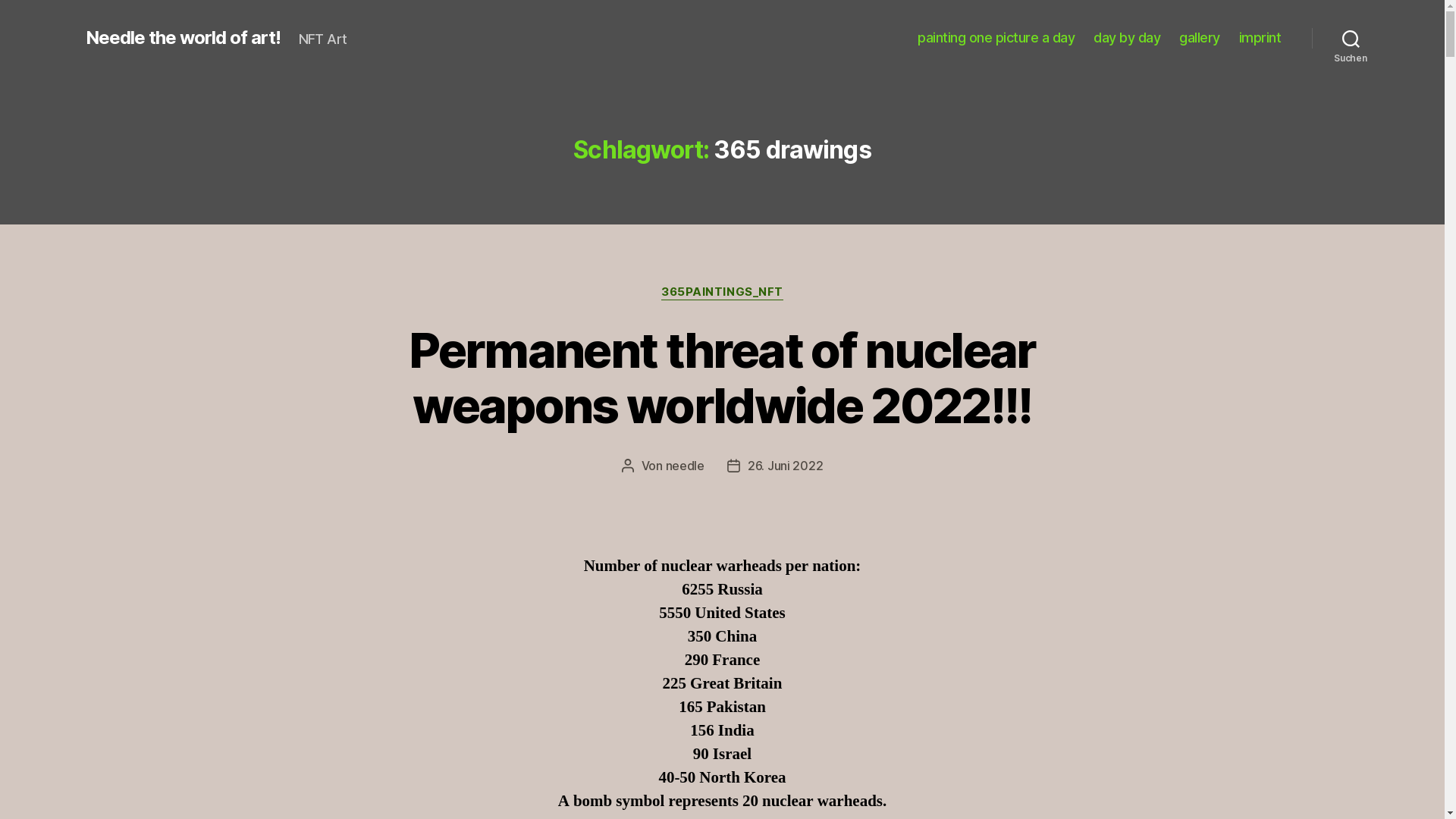 The height and width of the screenshot is (819, 1456). What do you see at coordinates (182, 37) in the screenshot?
I see `'Needle the world of art!'` at bounding box center [182, 37].